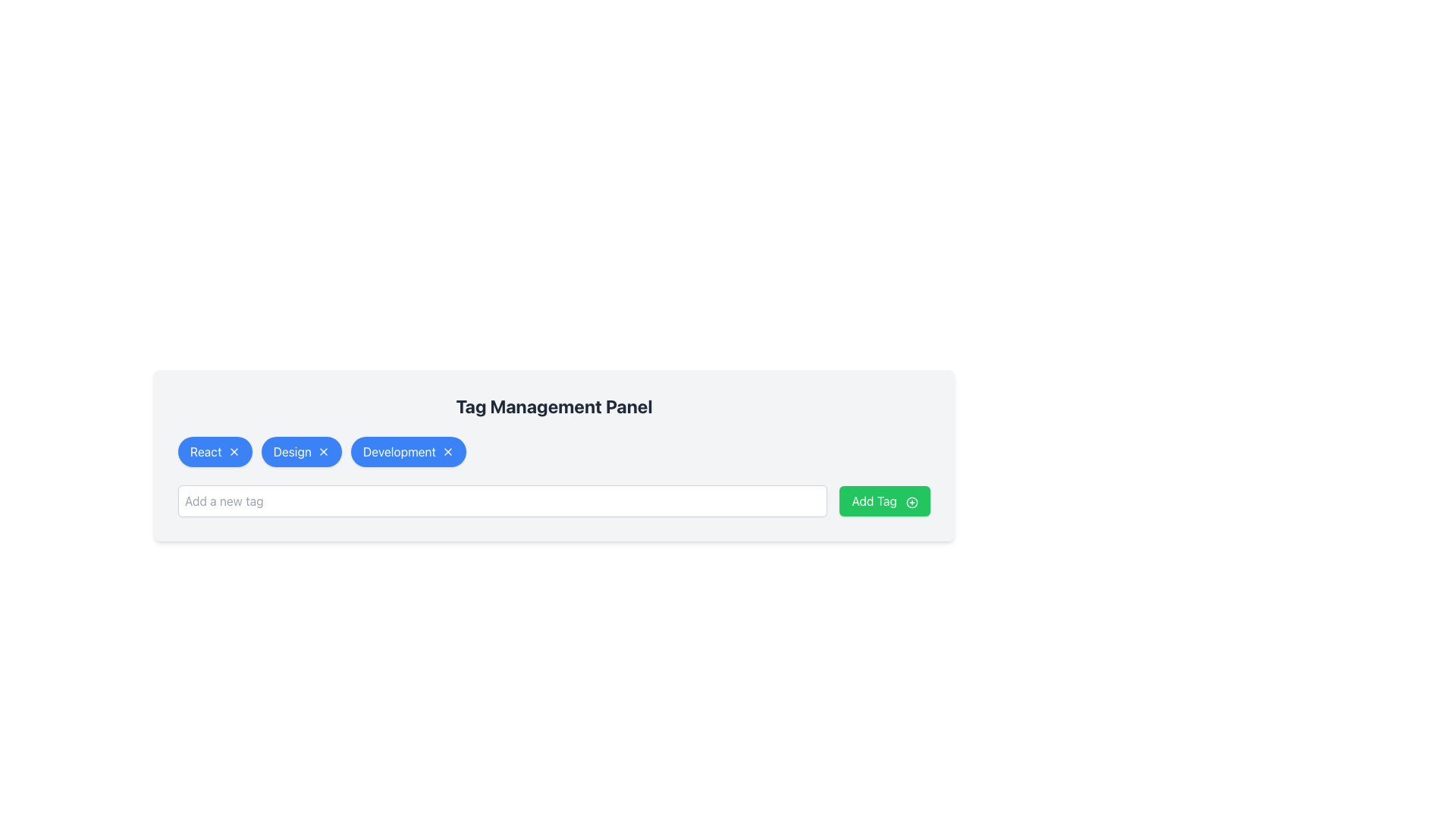  What do you see at coordinates (399, 451) in the screenshot?
I see `the 'Development' tag label in the Tag Management Panel, which is the third blue tag from the left, positioned between the 'Design' tag and a delete button` at bounding box center [399, 451].